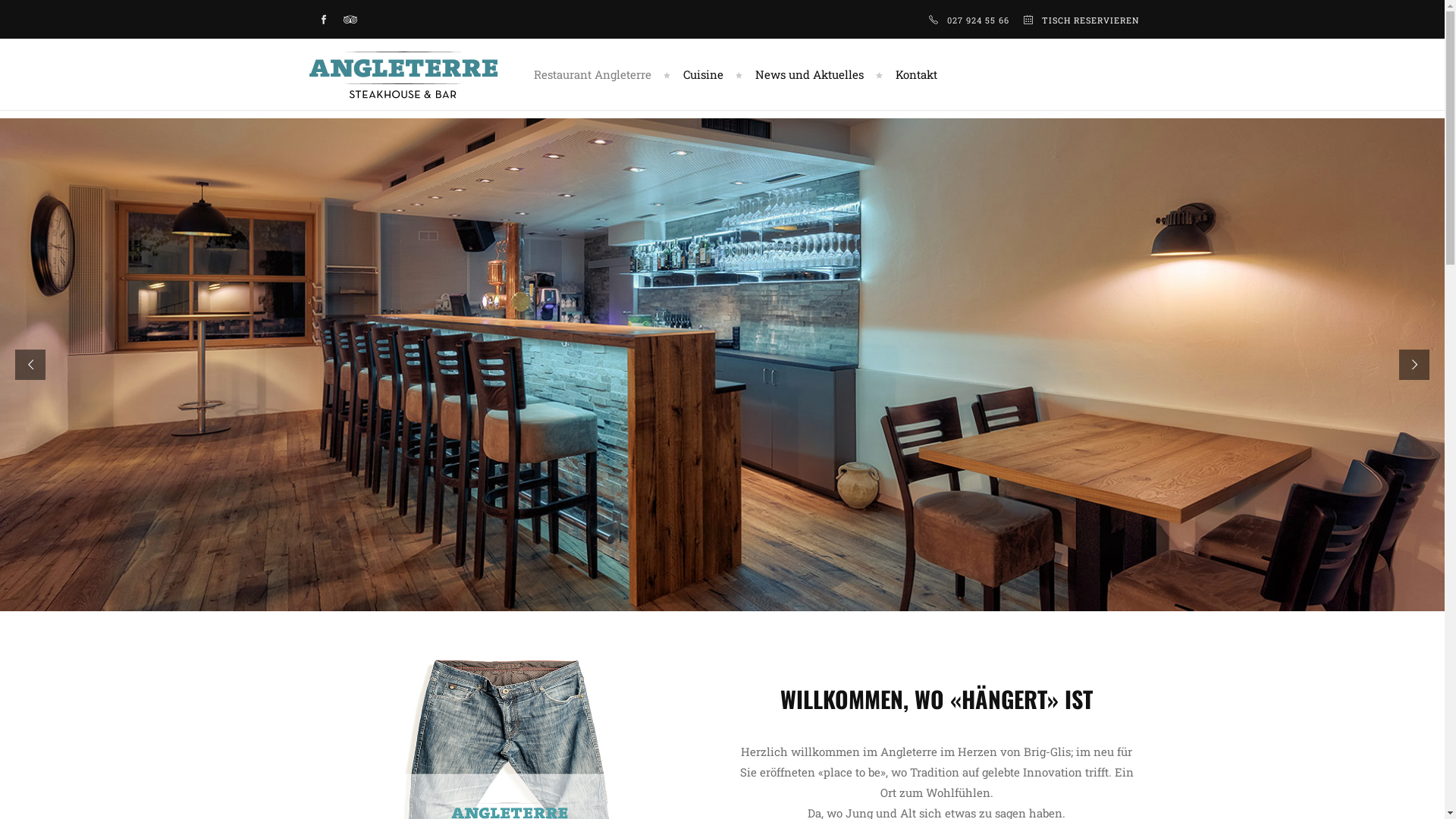  What do you see at coordinates (882, 74) in the screenshot?
I see `'Kontakt'` at bounding box center [882, 74].